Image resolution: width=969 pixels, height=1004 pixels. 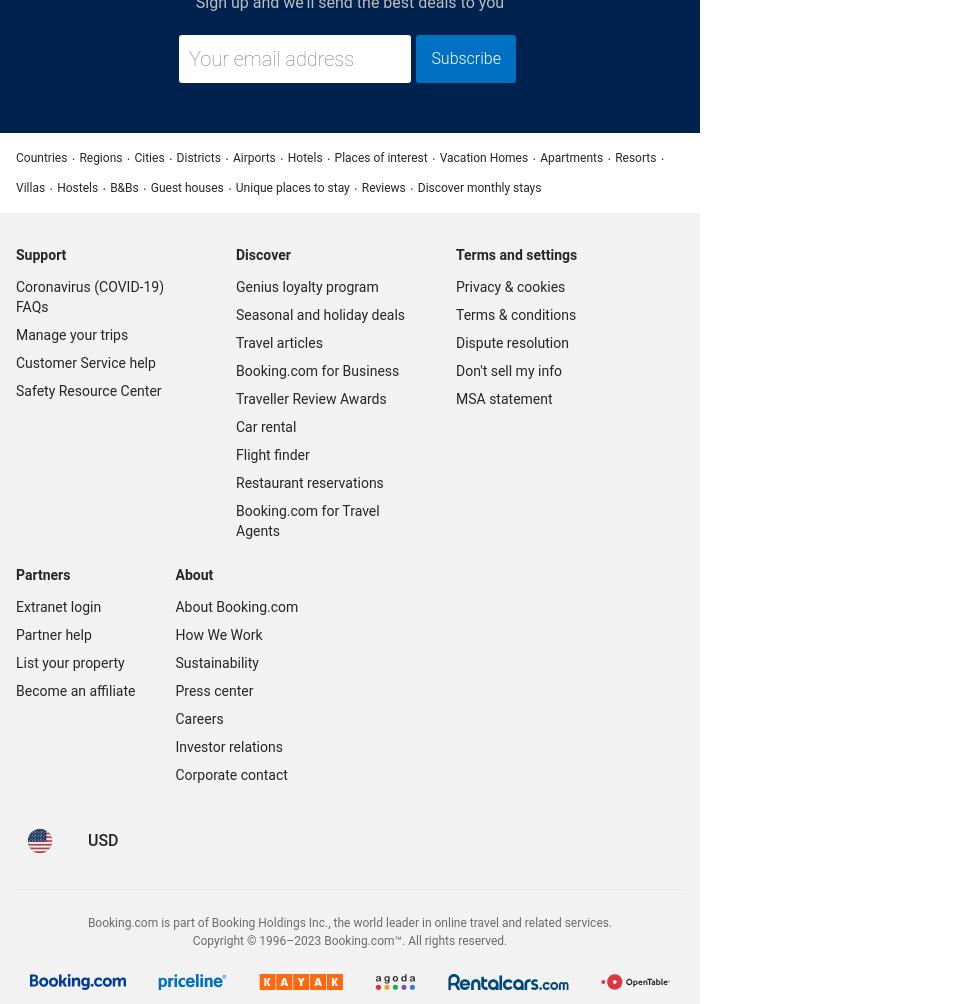 I want to click on 'Genius loyalty program', so click(x=306, y=286).